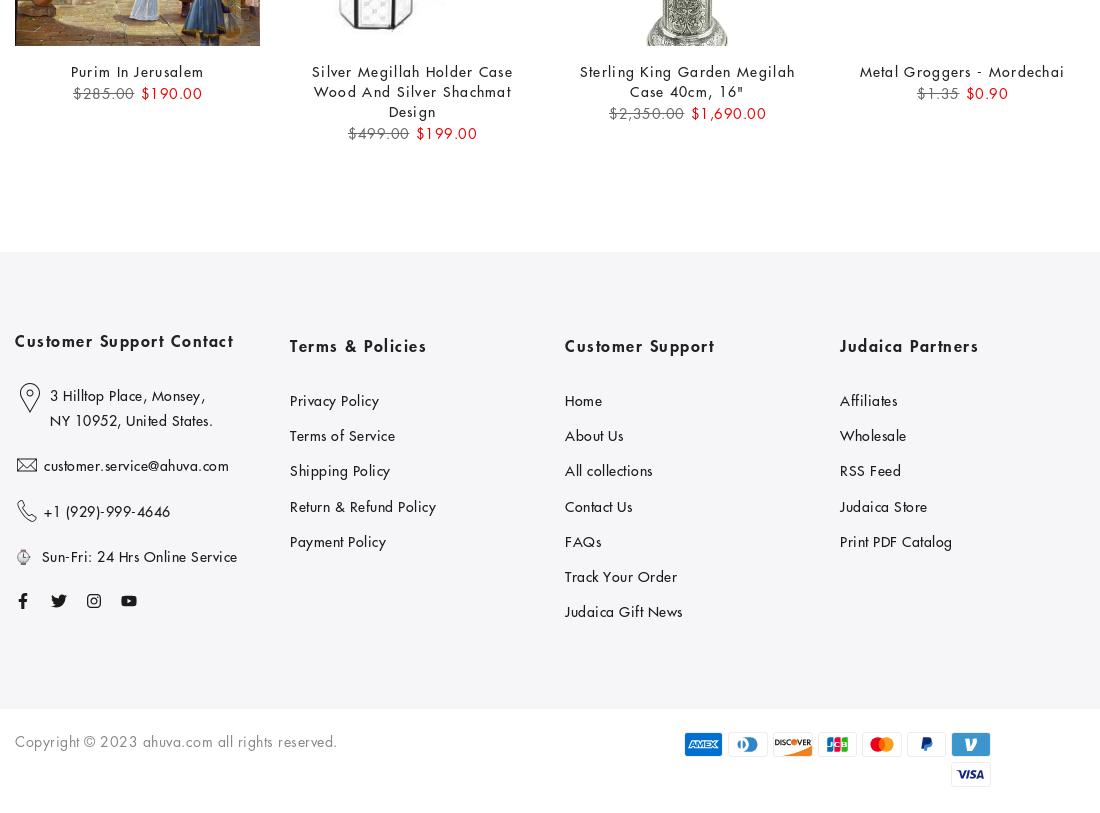 This screenshot has width=1100, height=813. I want to click on '$285.00', so click(103, 91).